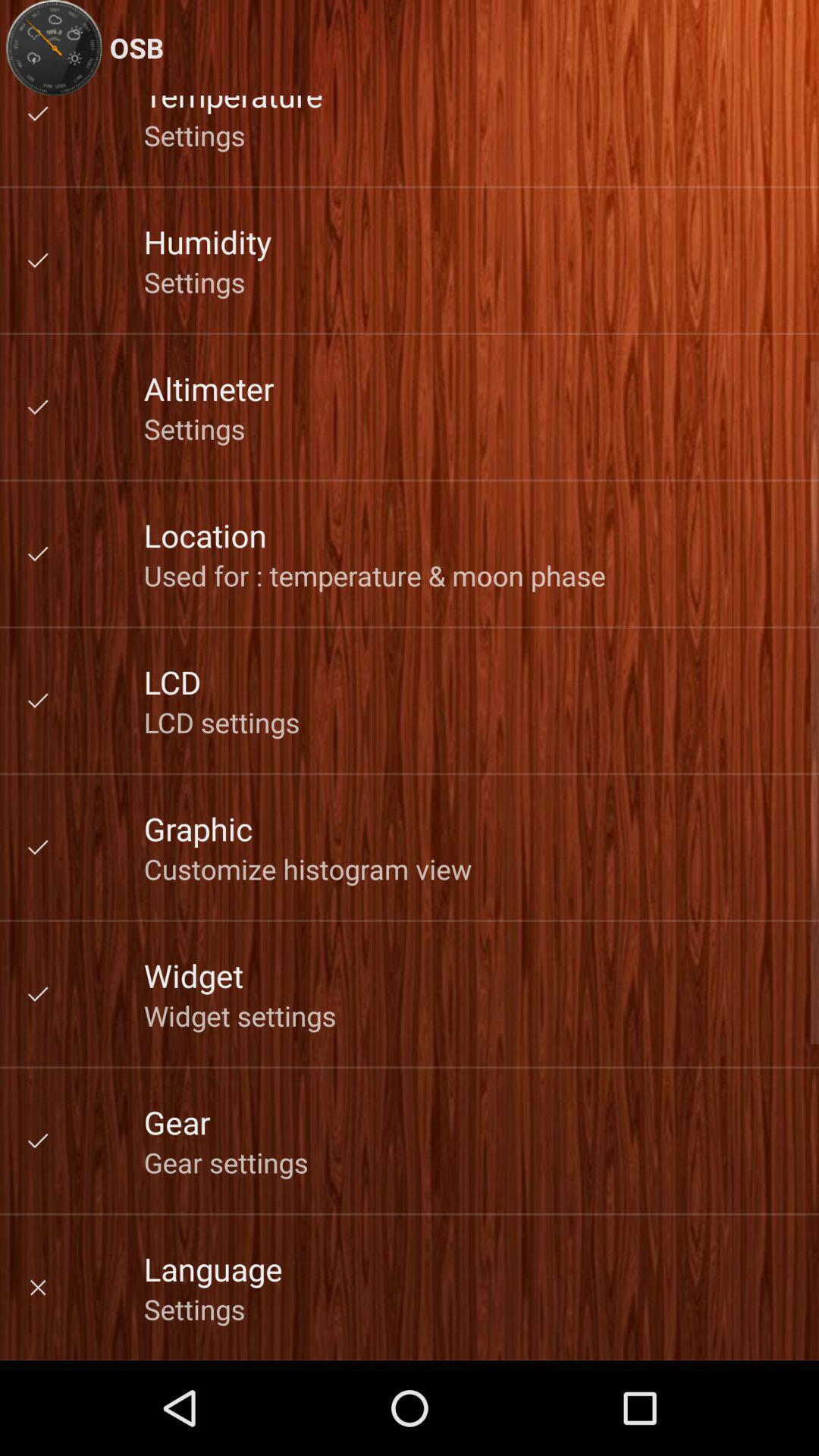  I want to click on app above settings, so click(209, 388).